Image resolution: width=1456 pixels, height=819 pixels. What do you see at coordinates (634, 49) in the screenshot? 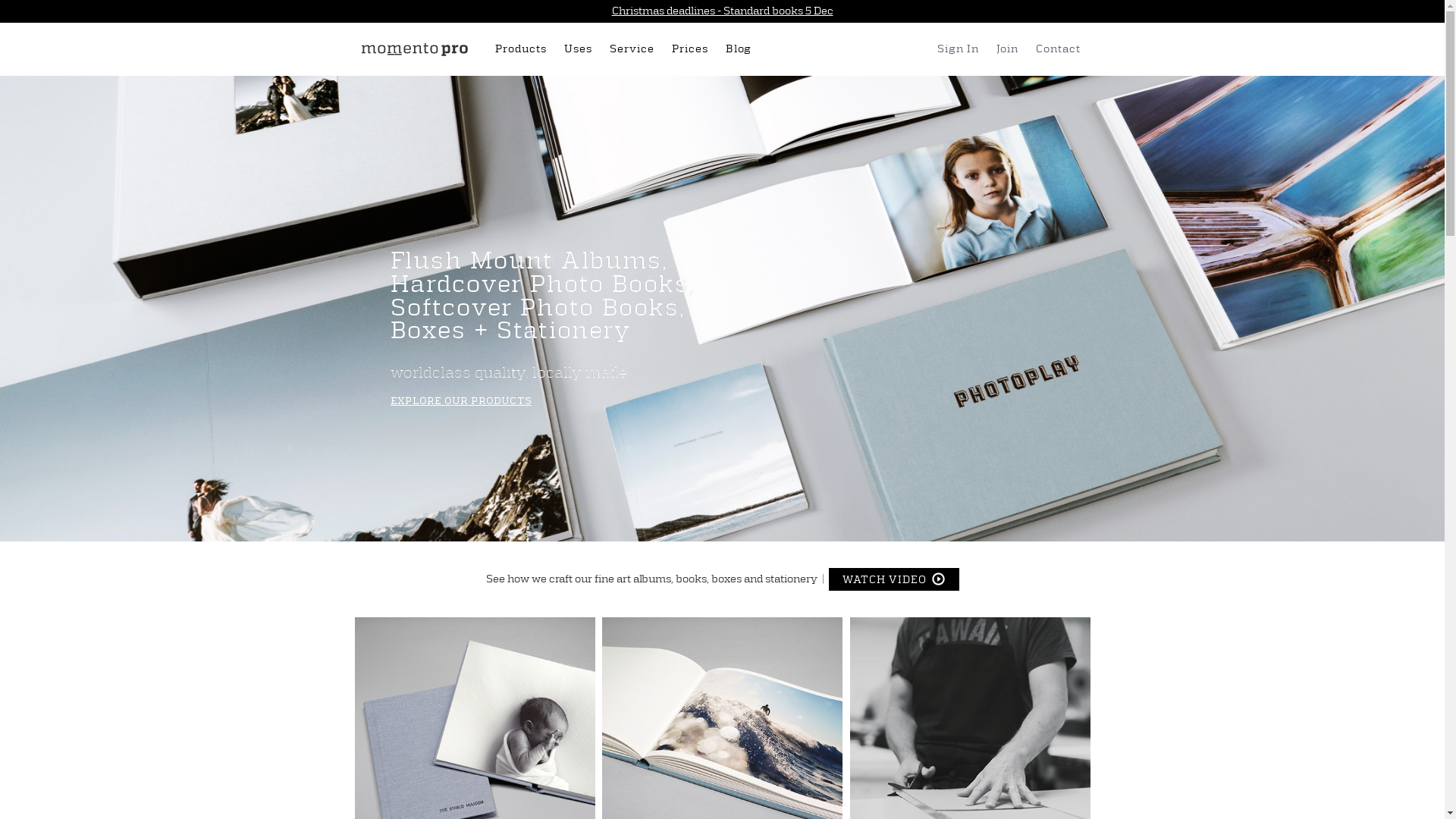
I see `'Service'` at bounding box center [634, 49].